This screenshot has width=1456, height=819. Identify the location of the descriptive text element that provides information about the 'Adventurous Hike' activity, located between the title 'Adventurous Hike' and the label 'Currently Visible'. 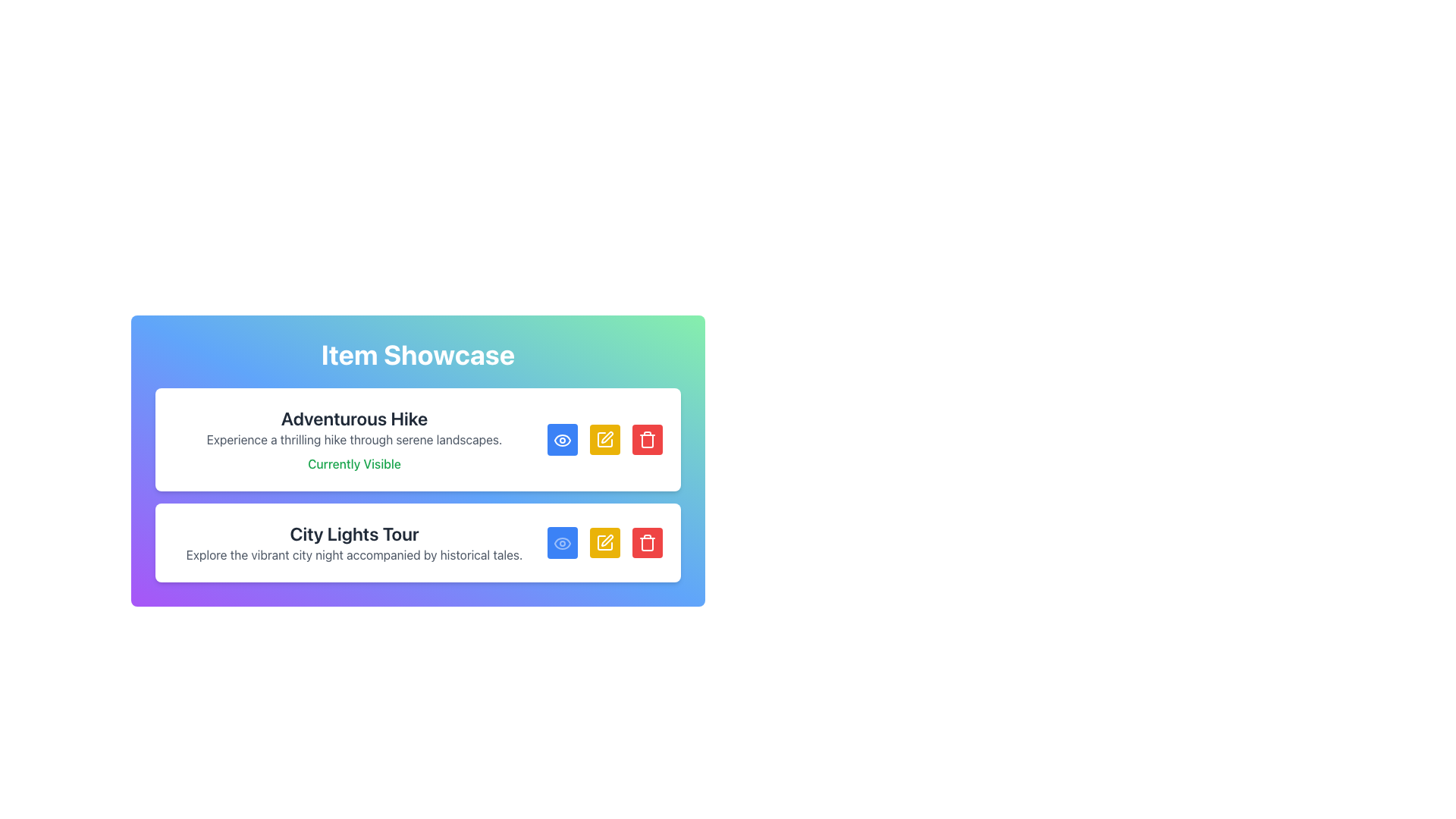
(353, 439).